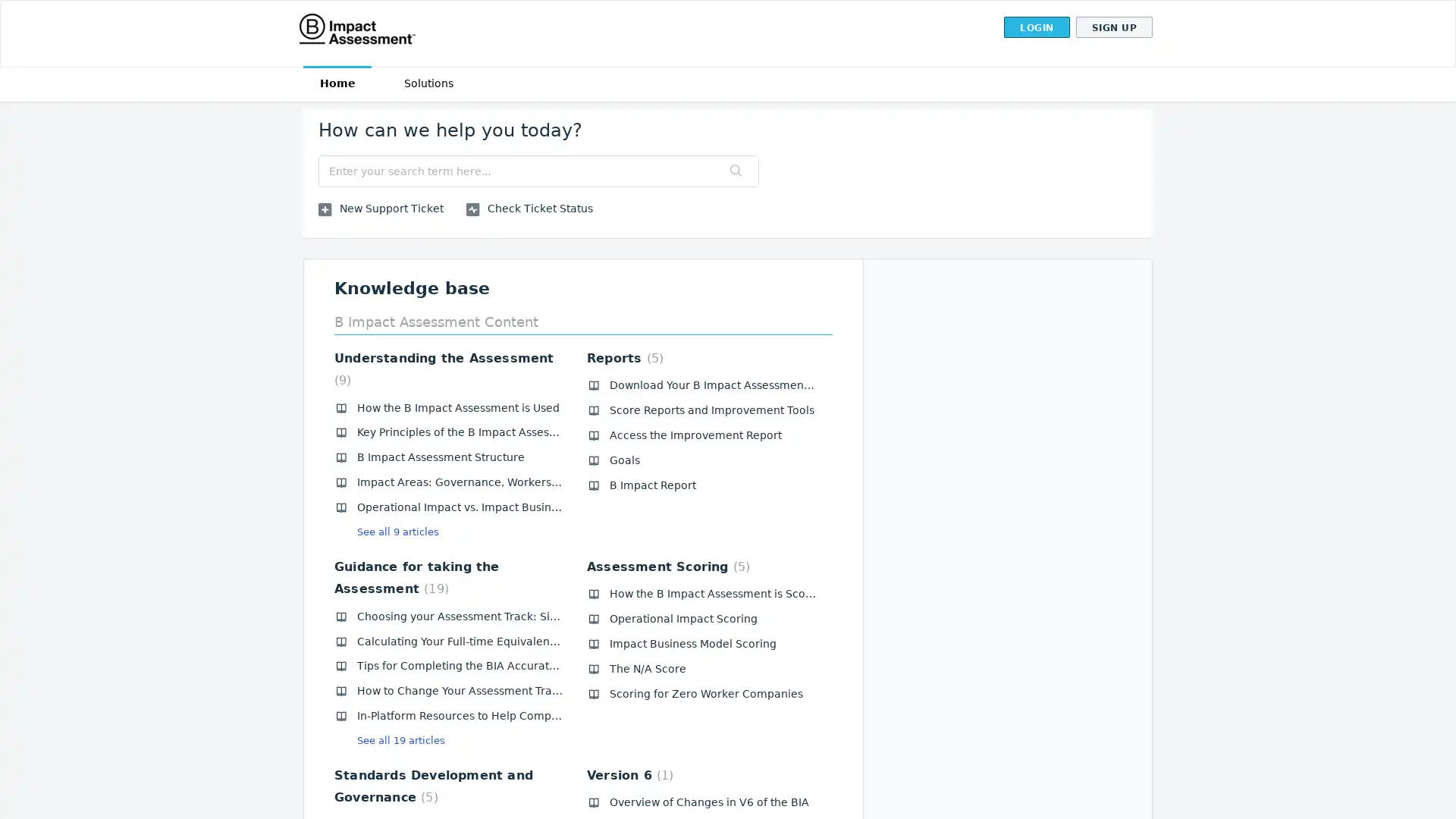 The height and width of the screenshot is (819, 1456). What do you see at coordinates (735, 171) in the screenshot?
I see `Search` at bounding box center [735, 171].